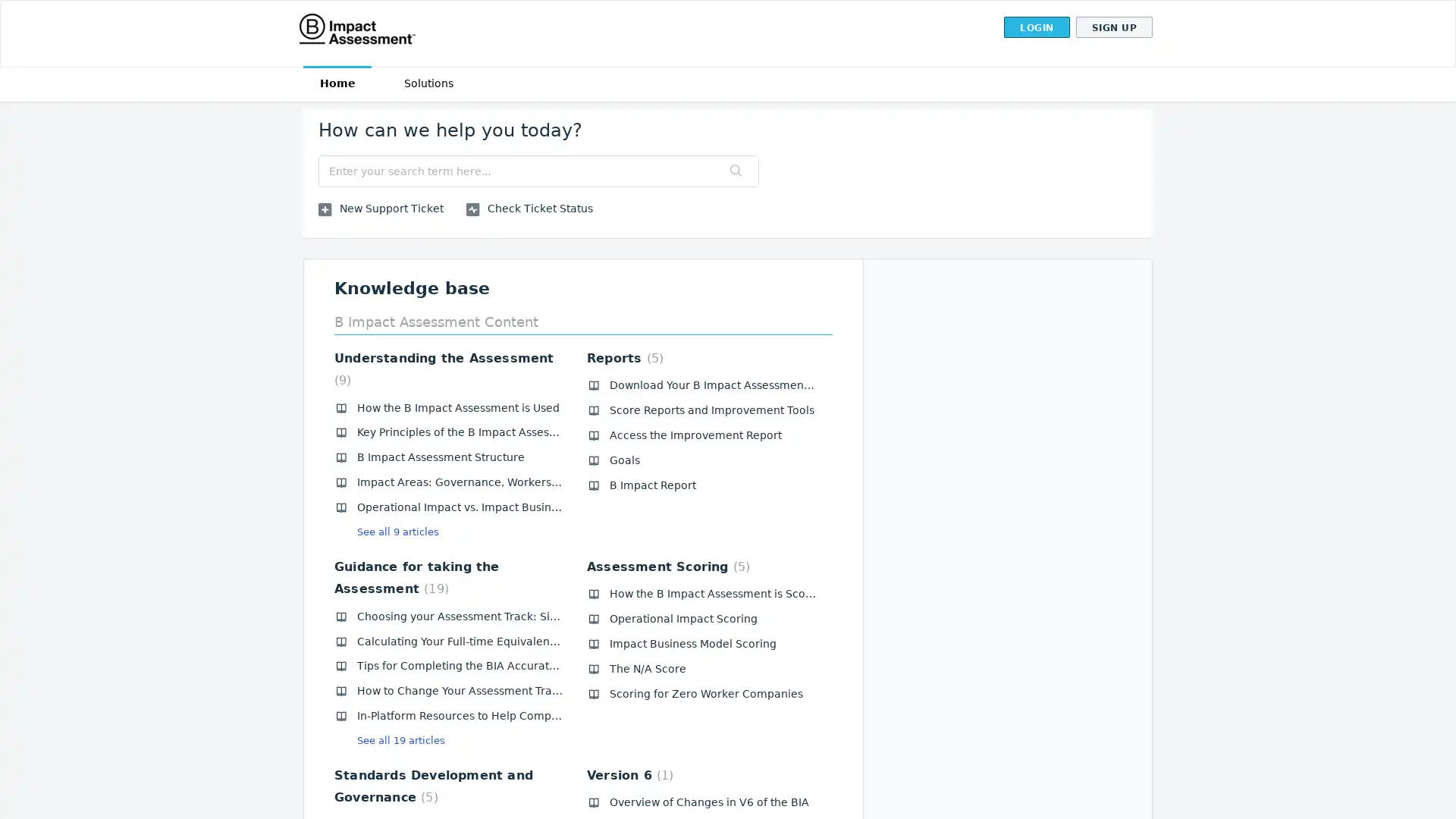 The height and width of the screenshot is (819, 1456). What do you see at coordinates (735, 171) in the screenshot?
I see `Search` at bounding box center [735, 171].